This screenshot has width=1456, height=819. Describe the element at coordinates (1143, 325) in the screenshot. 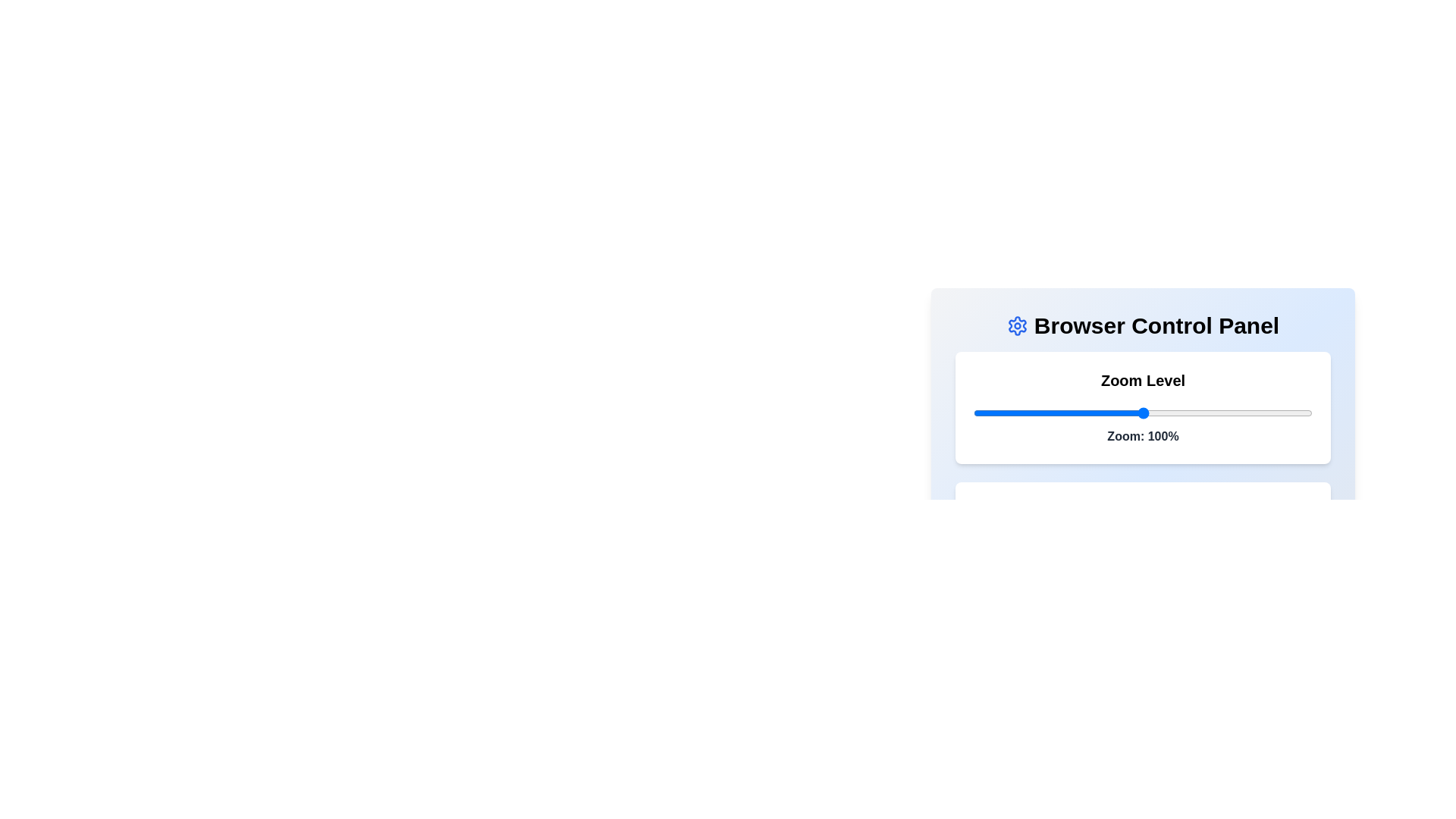

I see `the 'Browser Control Panel' heading` at that location.